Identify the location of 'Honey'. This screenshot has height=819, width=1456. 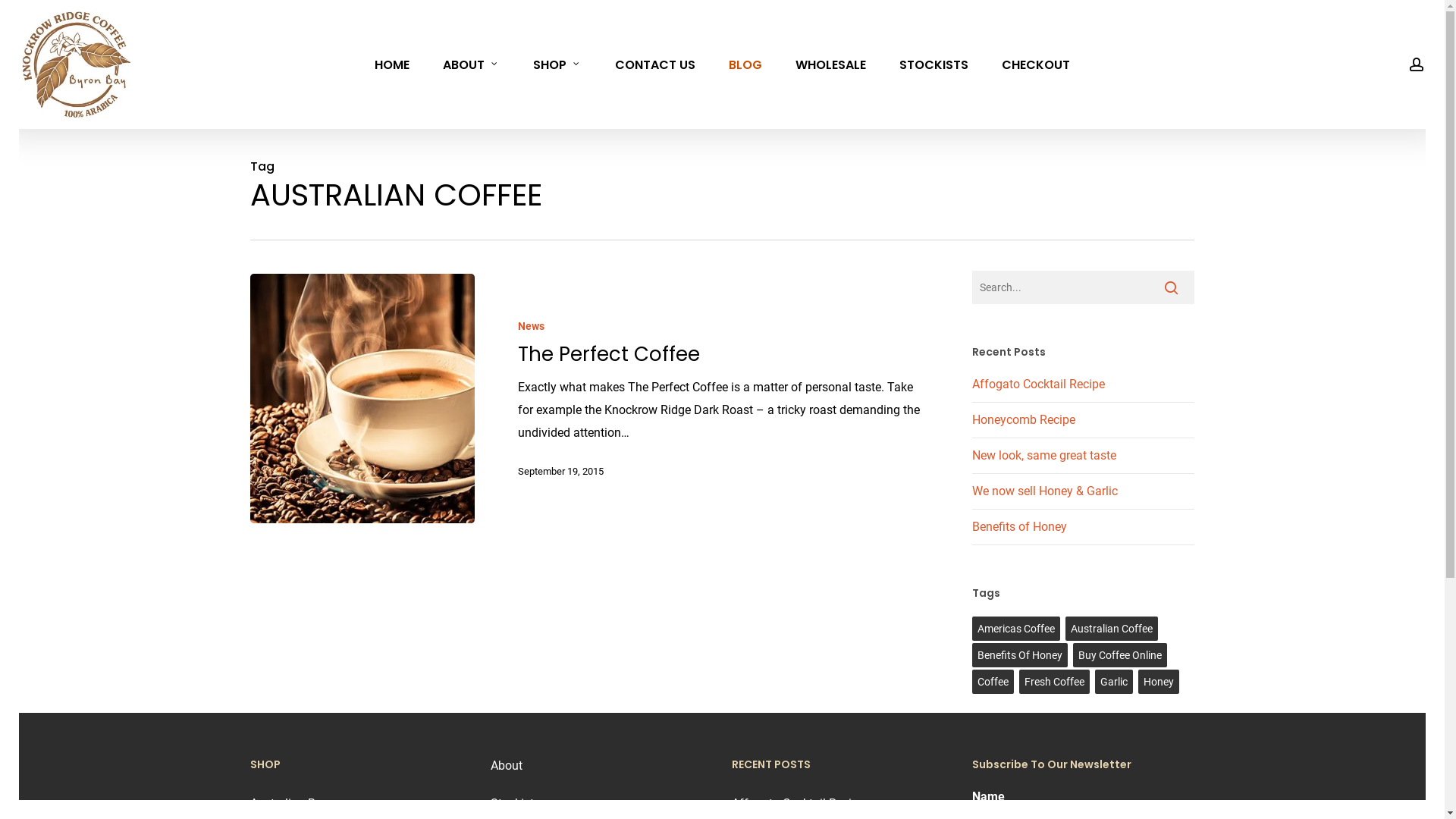
(1157, 680).